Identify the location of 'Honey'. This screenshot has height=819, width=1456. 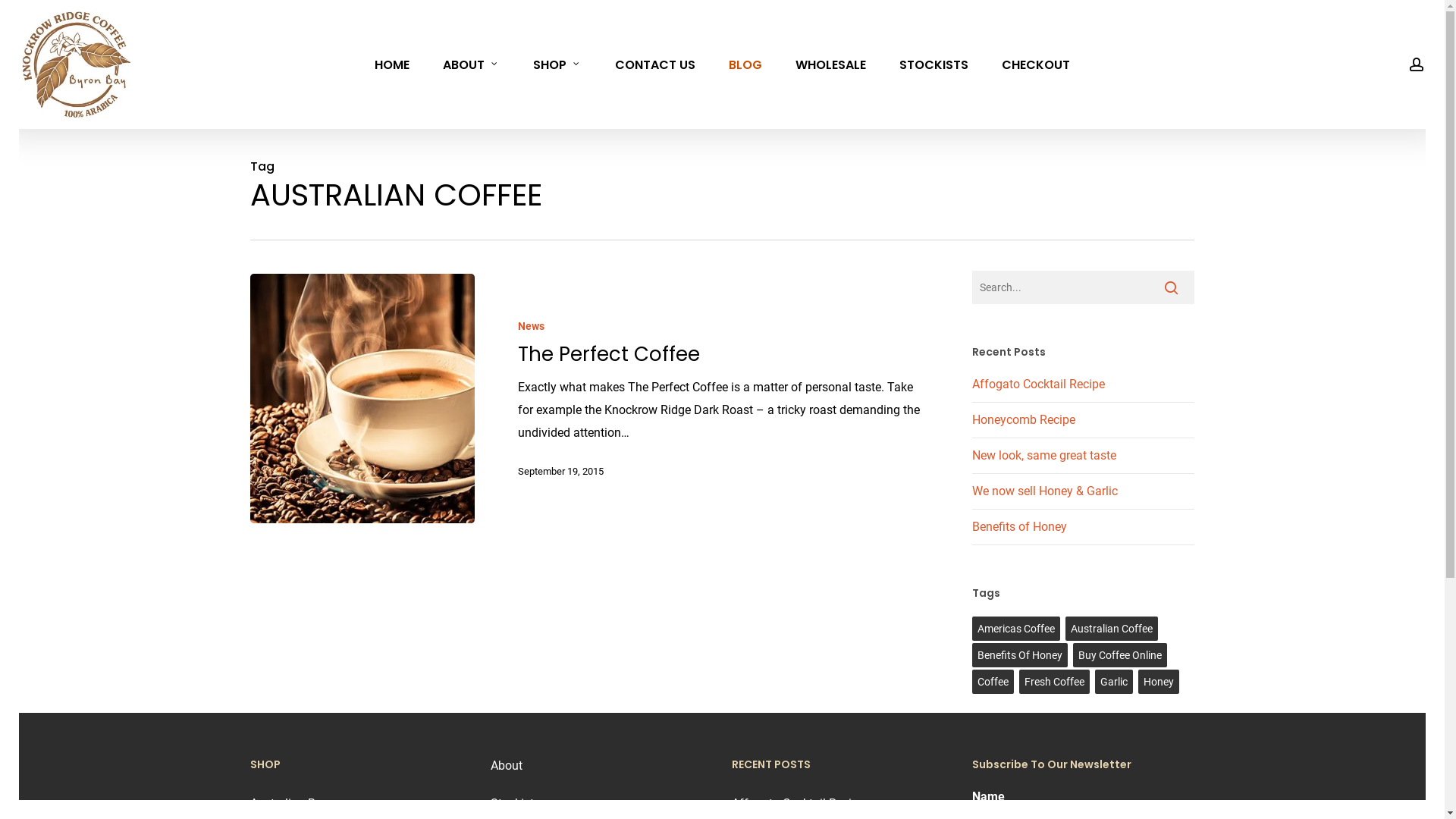
(1157, 680).